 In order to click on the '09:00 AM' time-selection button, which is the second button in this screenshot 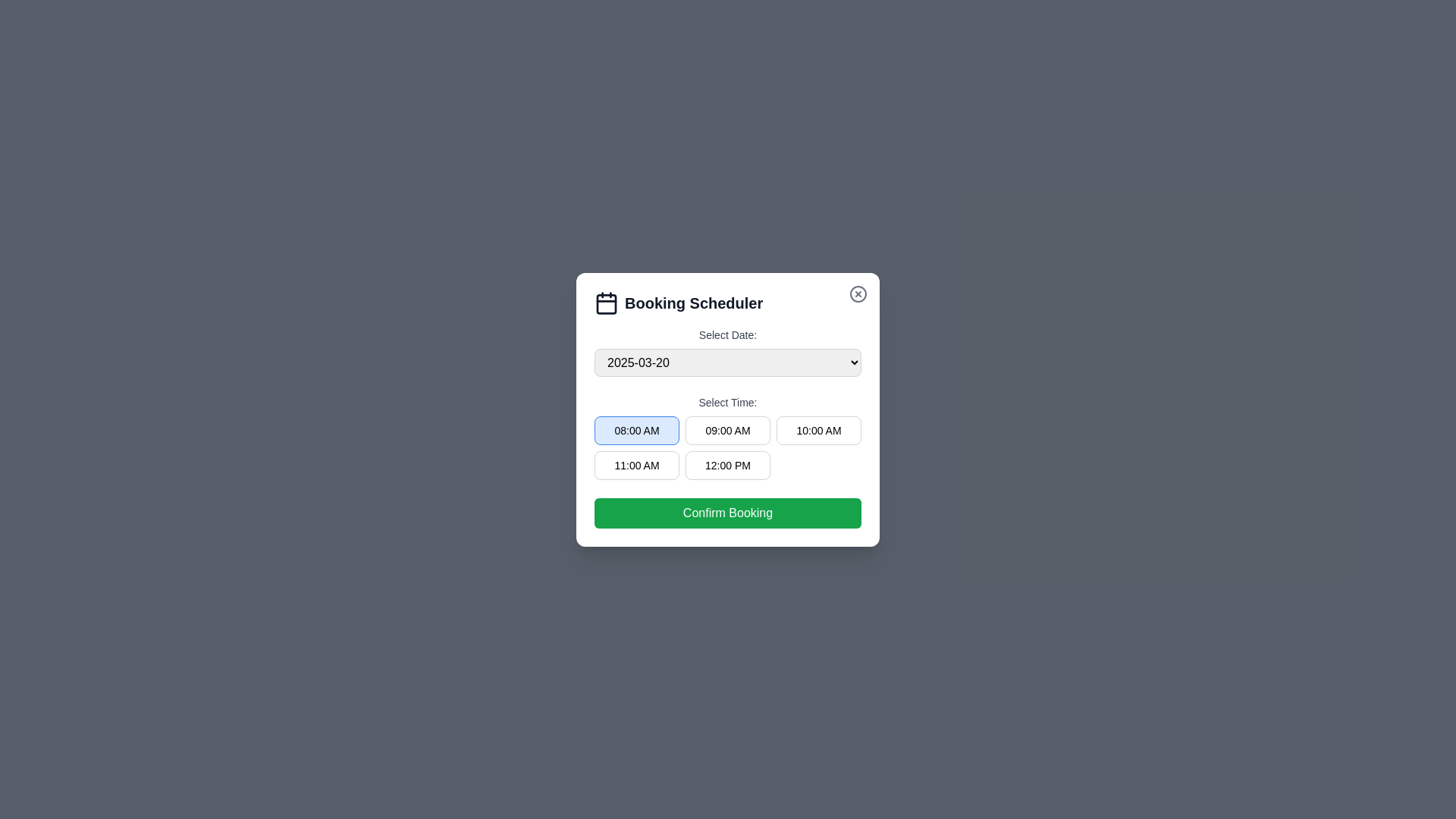, I will do `click(728, 447)`.